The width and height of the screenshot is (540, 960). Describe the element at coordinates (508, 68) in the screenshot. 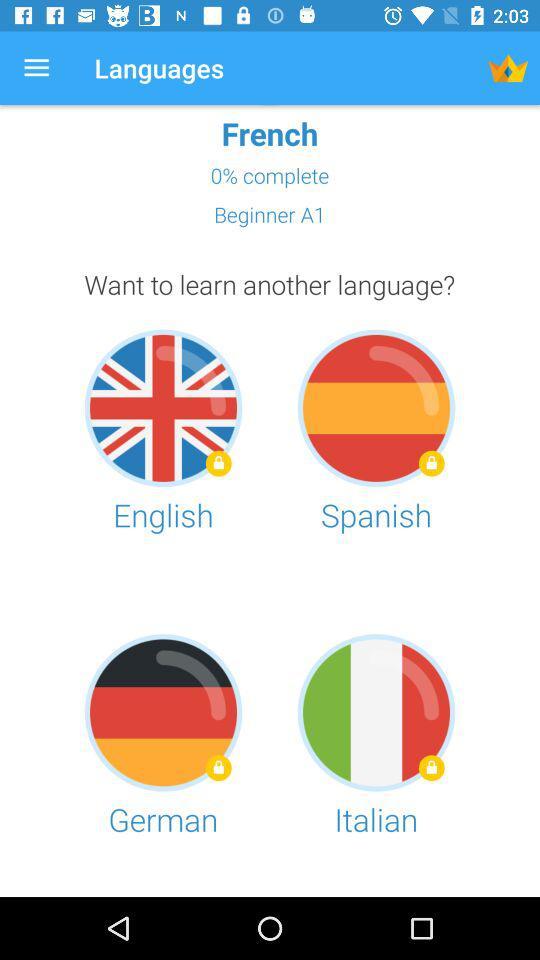

I see `the app to the right of the languages app` at that location.